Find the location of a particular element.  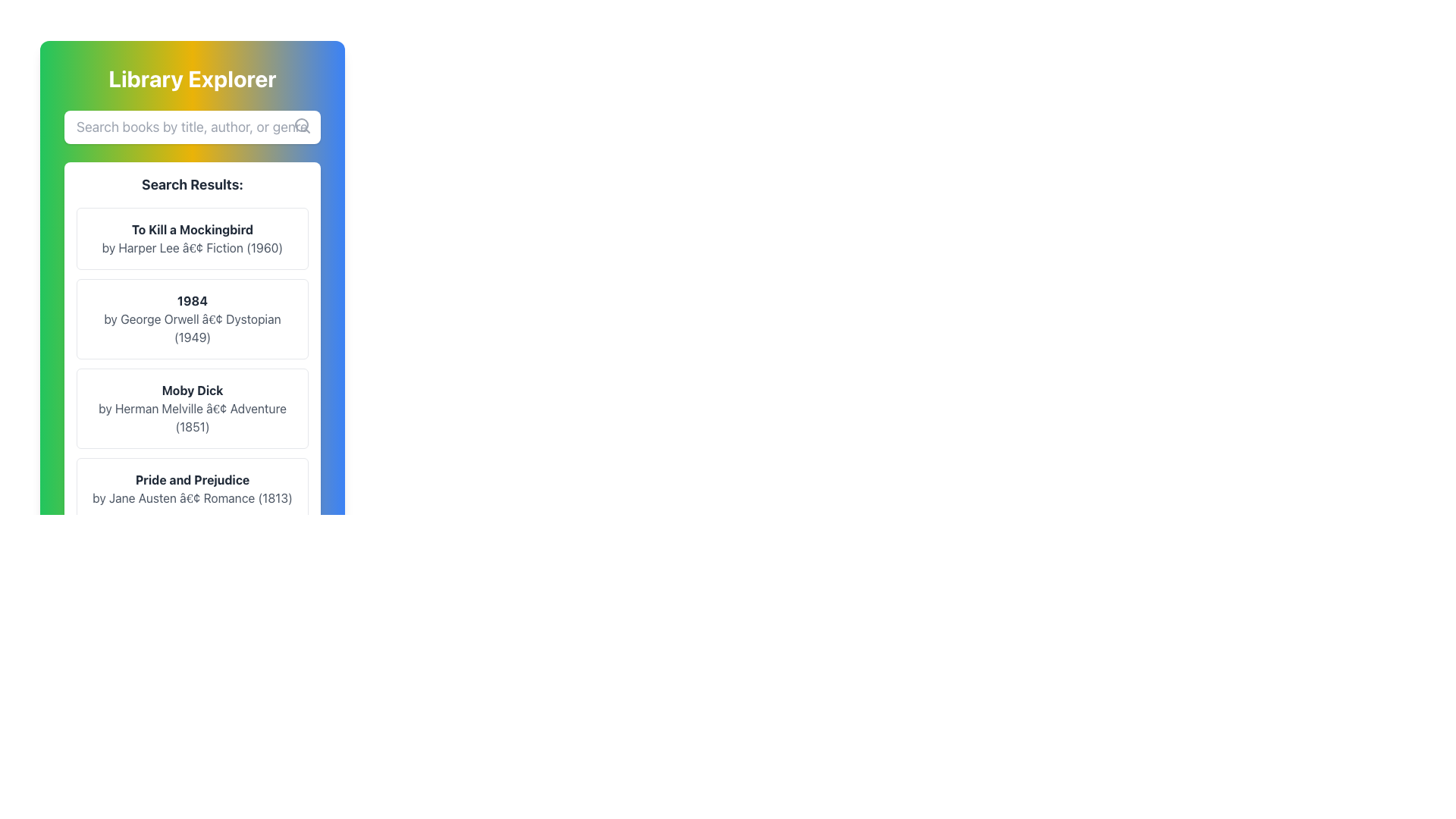

the text label that reads 'by Herman Melville • Adventure (1851)' located directly below the title 'Moby Dick' in the second result box under the 'Search Results' section is located at coordinates (192, 418).